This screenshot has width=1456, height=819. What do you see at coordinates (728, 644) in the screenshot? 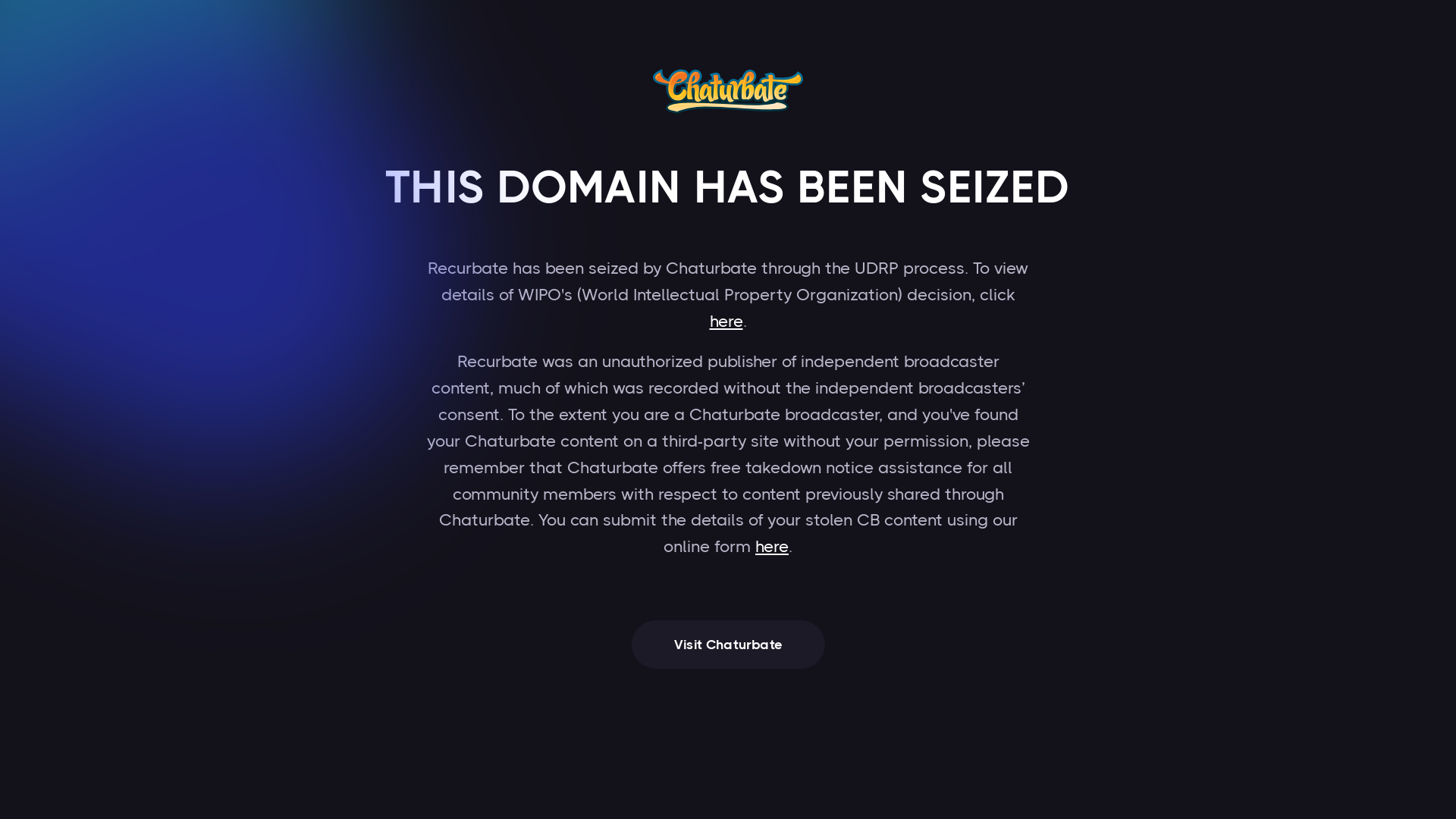
I see `'Visit Chaturbate'` at bounding box center [728, 644].